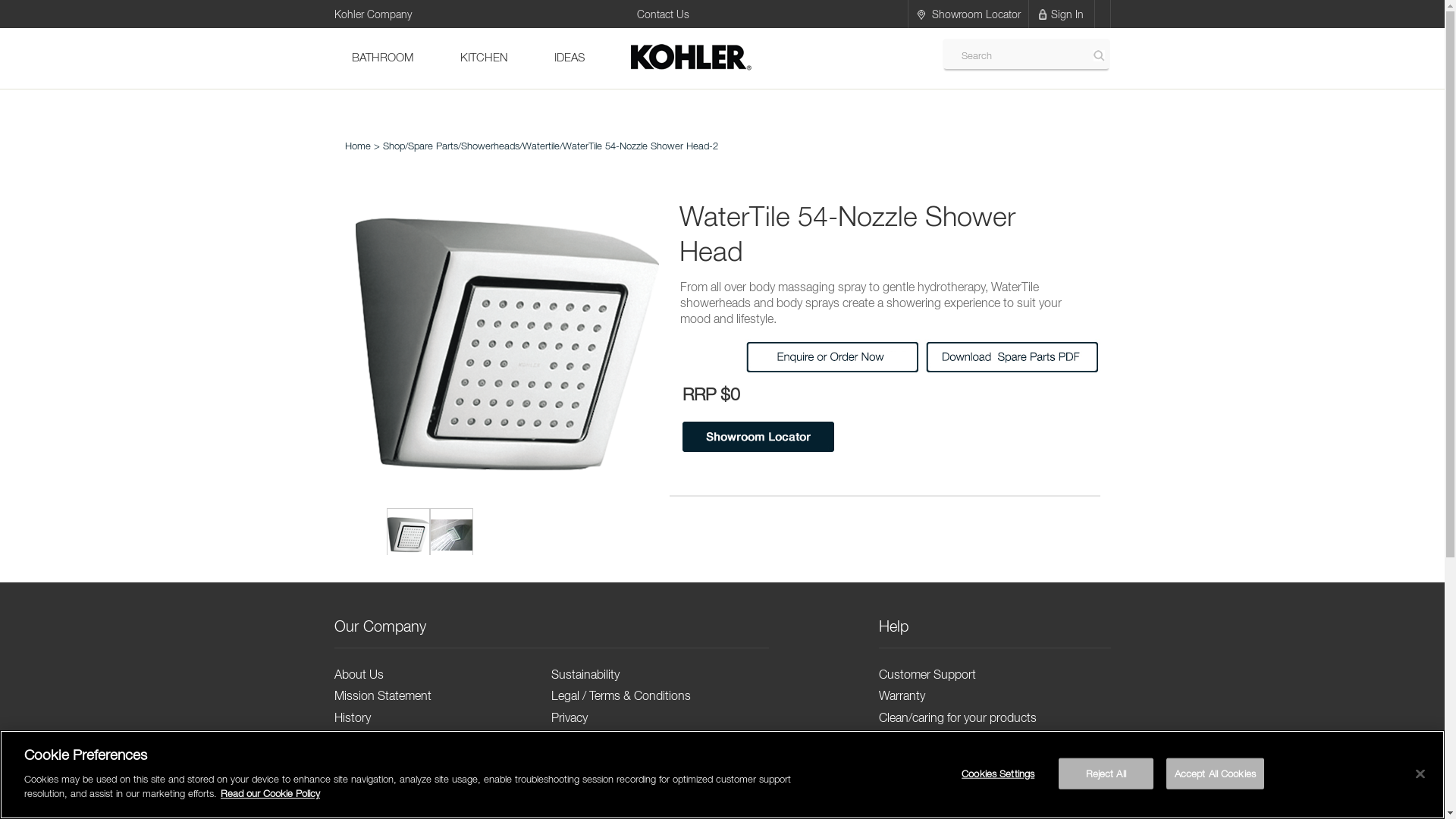 The image size is (1456, 819). I want to click on 'LOGO', so click(628, 58).